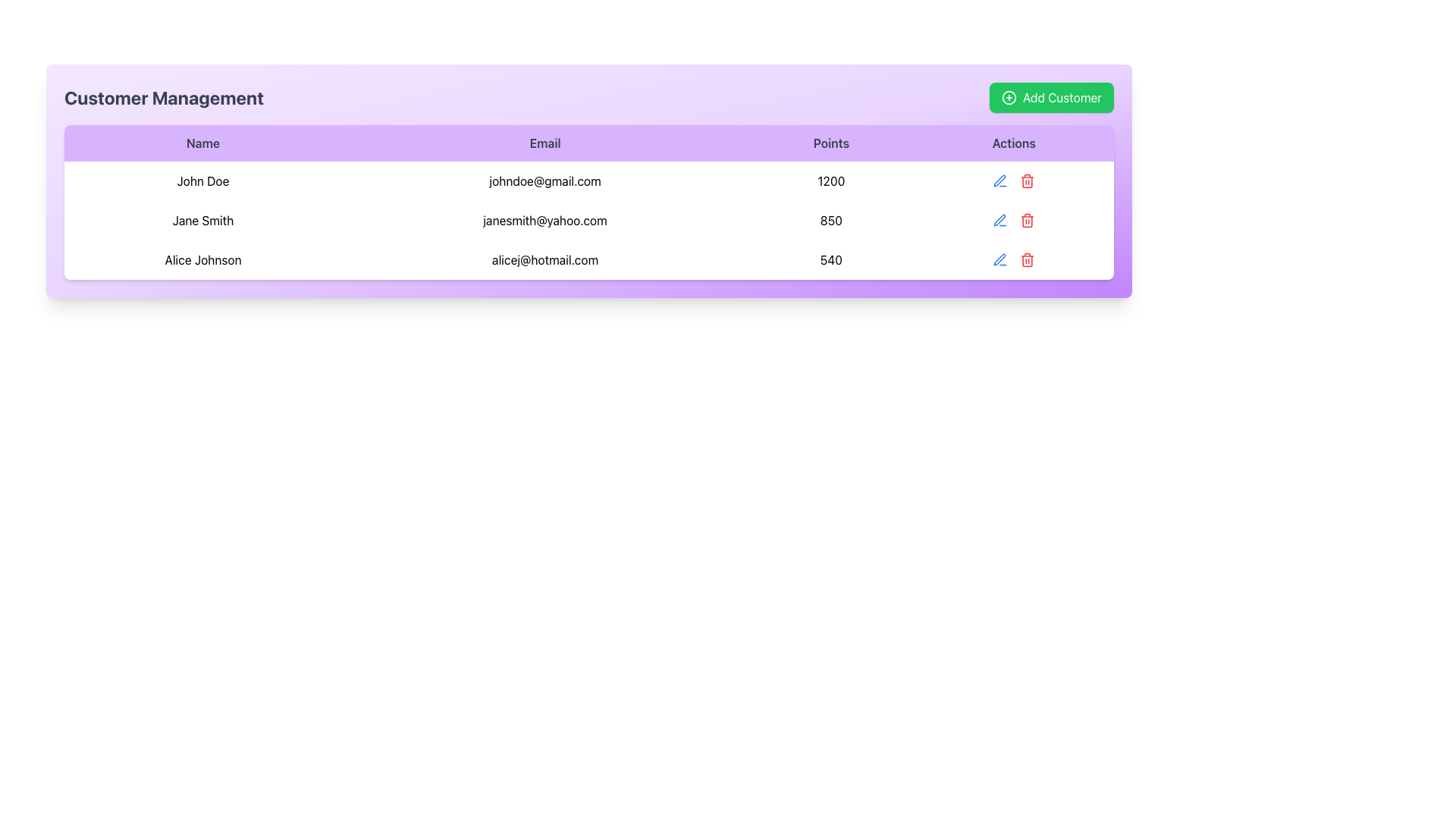 This screenshot has height=819, width=1456. I want to click on the text display element showing points for user 'Jane Smith', so click(830, 220).